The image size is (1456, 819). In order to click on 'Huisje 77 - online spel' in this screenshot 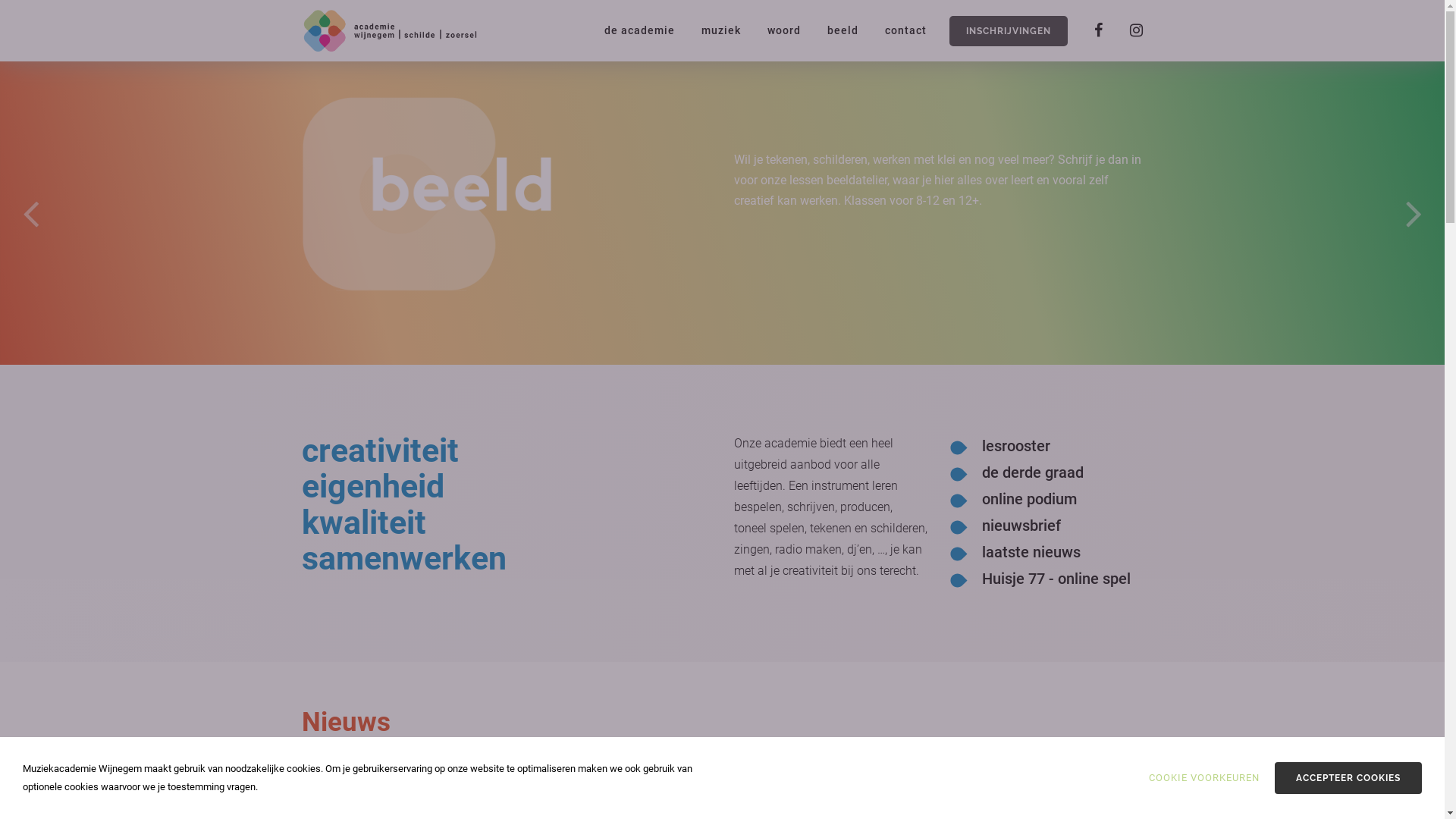, I will do `click(1055, 579)`.